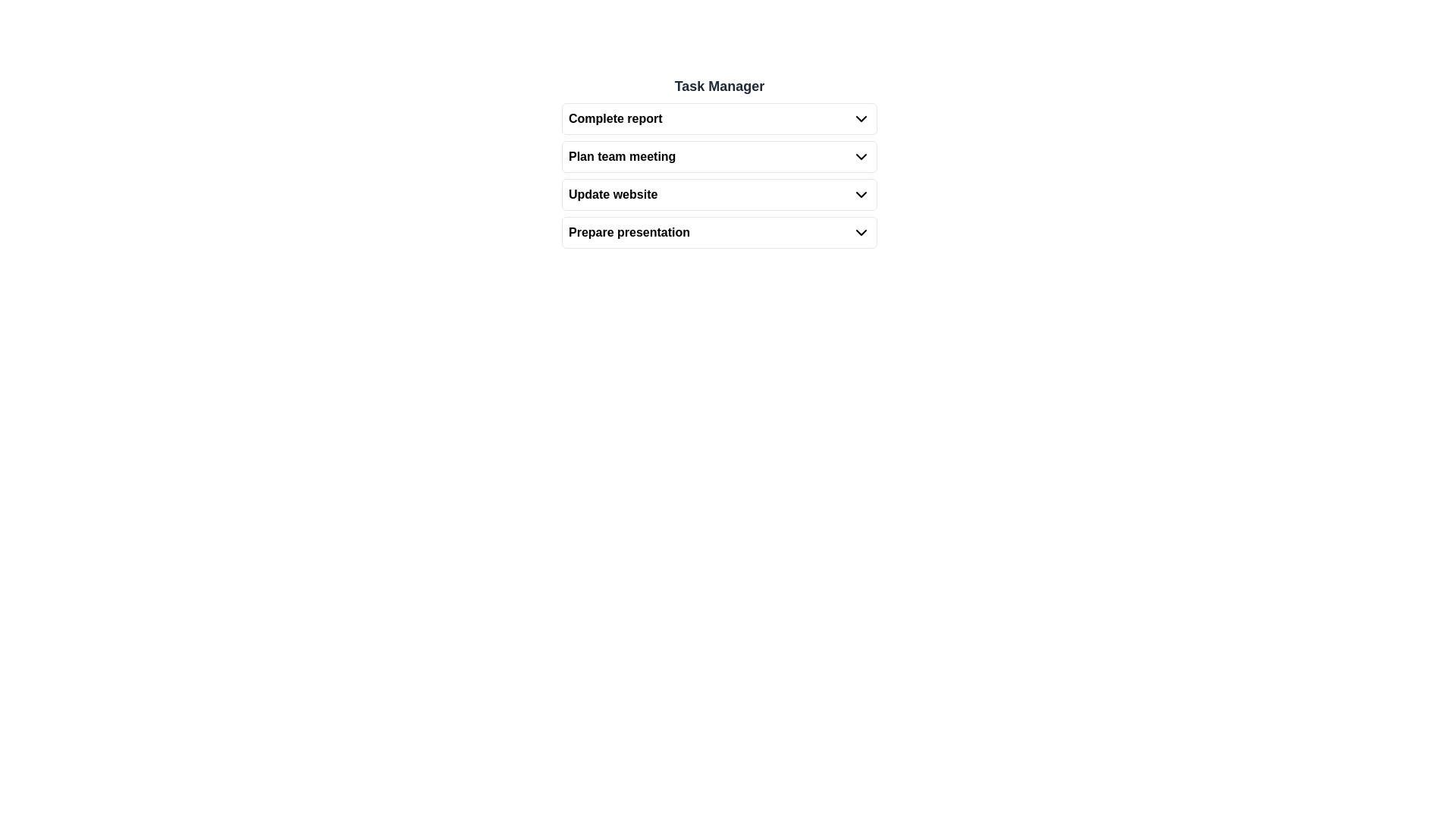 The image size is (1456, 819). What do you see at coordinates (719, 118) in the screenshot?
I see `the 'Complete report' button in the 'Task Manager' list` at bounding box center [719, 118].